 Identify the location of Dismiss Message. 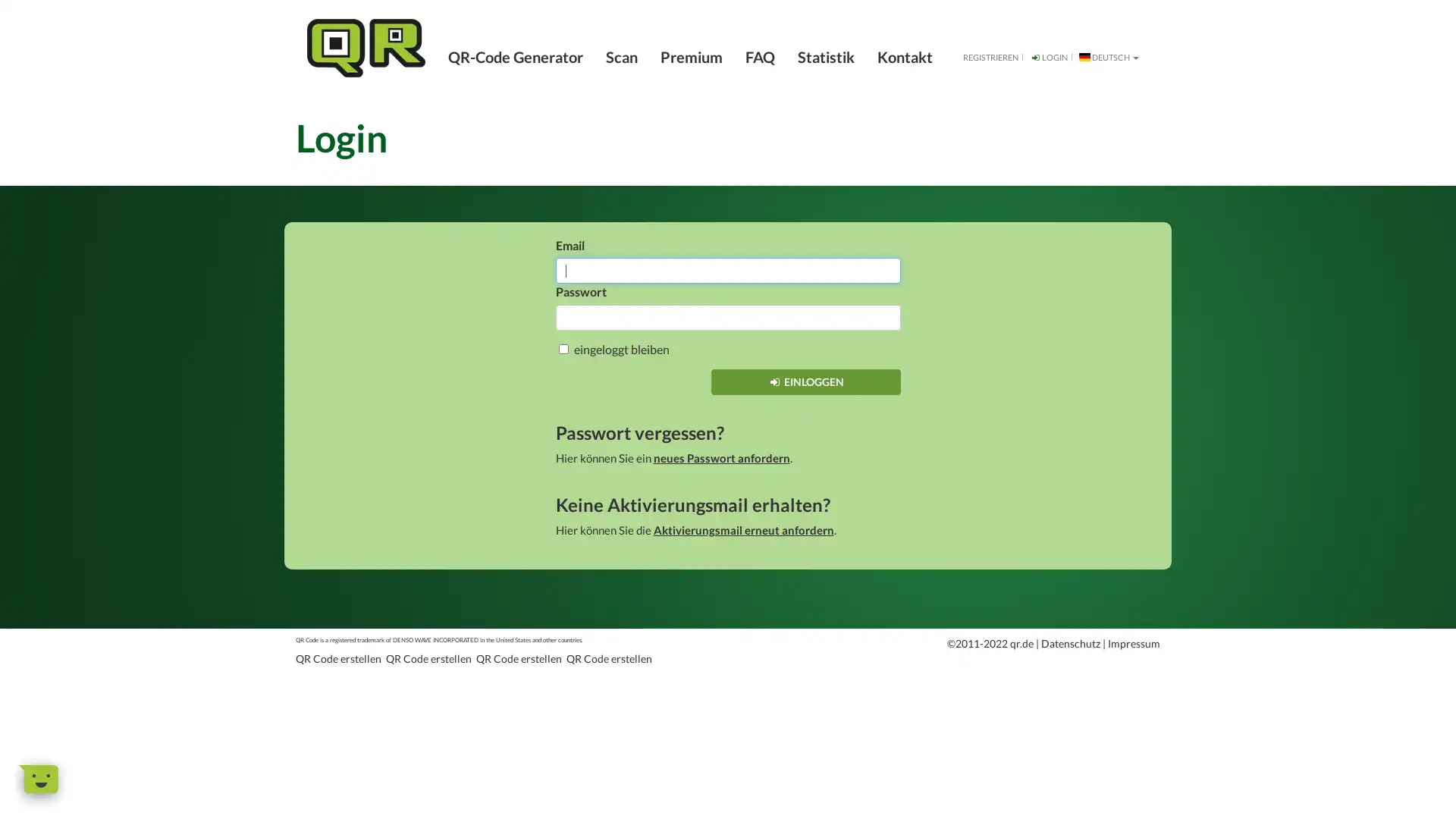
(212, 771).